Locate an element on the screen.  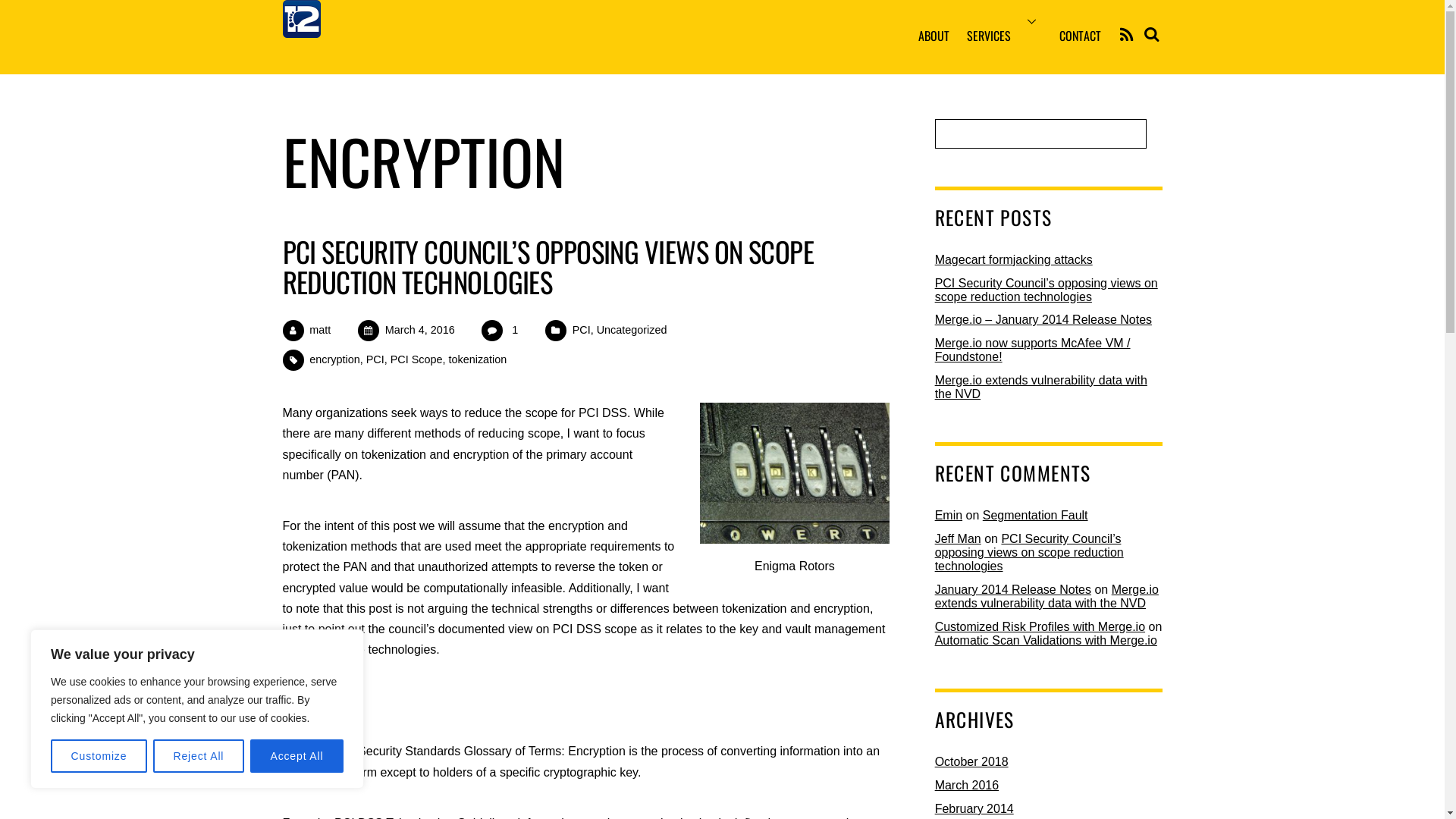
'12F_Square_Only_Trans_200' is located at coordinates (301, 18).